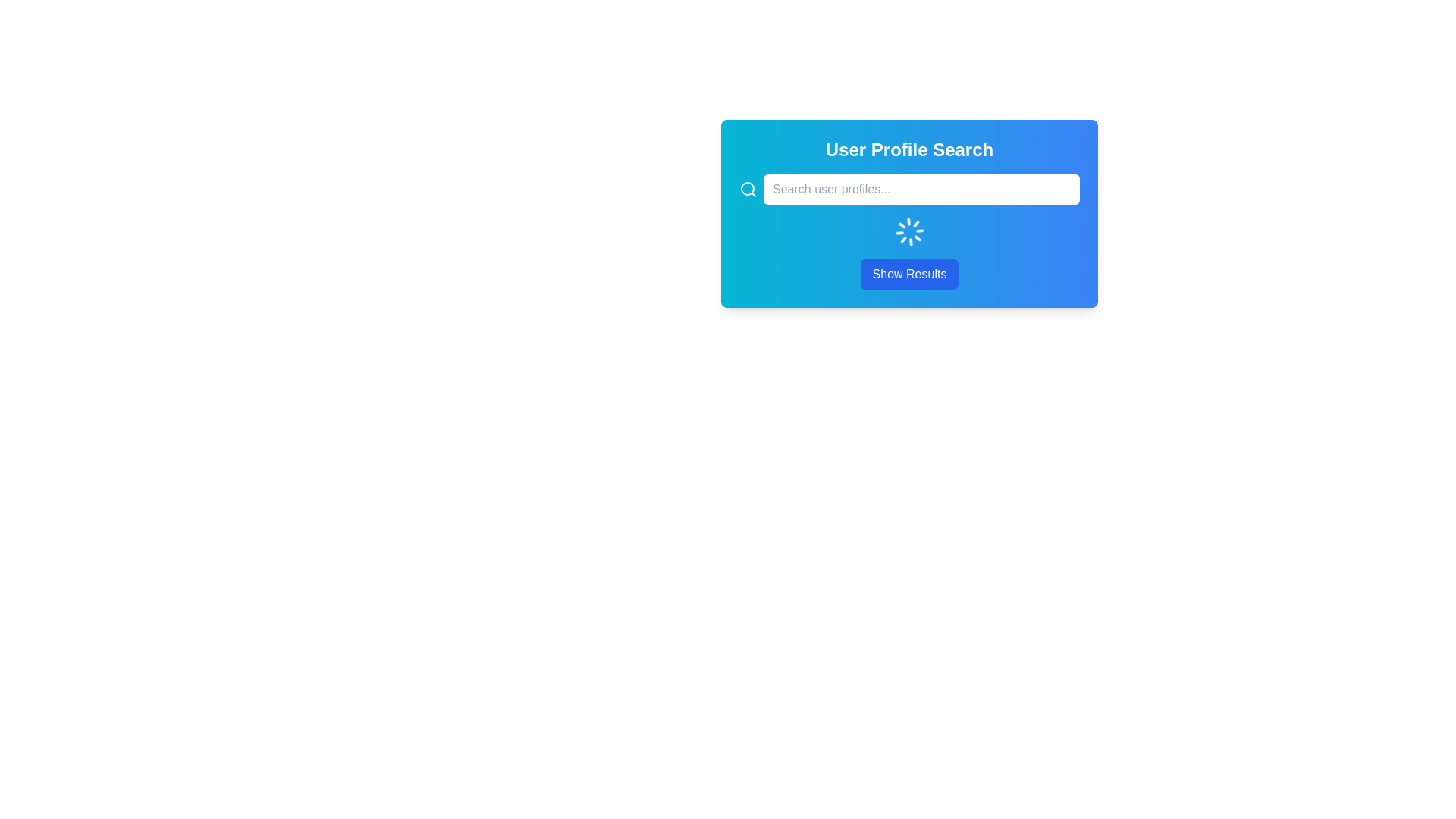 This screenshot has width=1456, height=819. Describe the element at coordinates (909, 231) in the screenshot. I see `the Loader/Spinner element indicating a loading operation within the 'User Profile Search' modal, positioned below the input text field and above the 'Show Results' button` at that location.